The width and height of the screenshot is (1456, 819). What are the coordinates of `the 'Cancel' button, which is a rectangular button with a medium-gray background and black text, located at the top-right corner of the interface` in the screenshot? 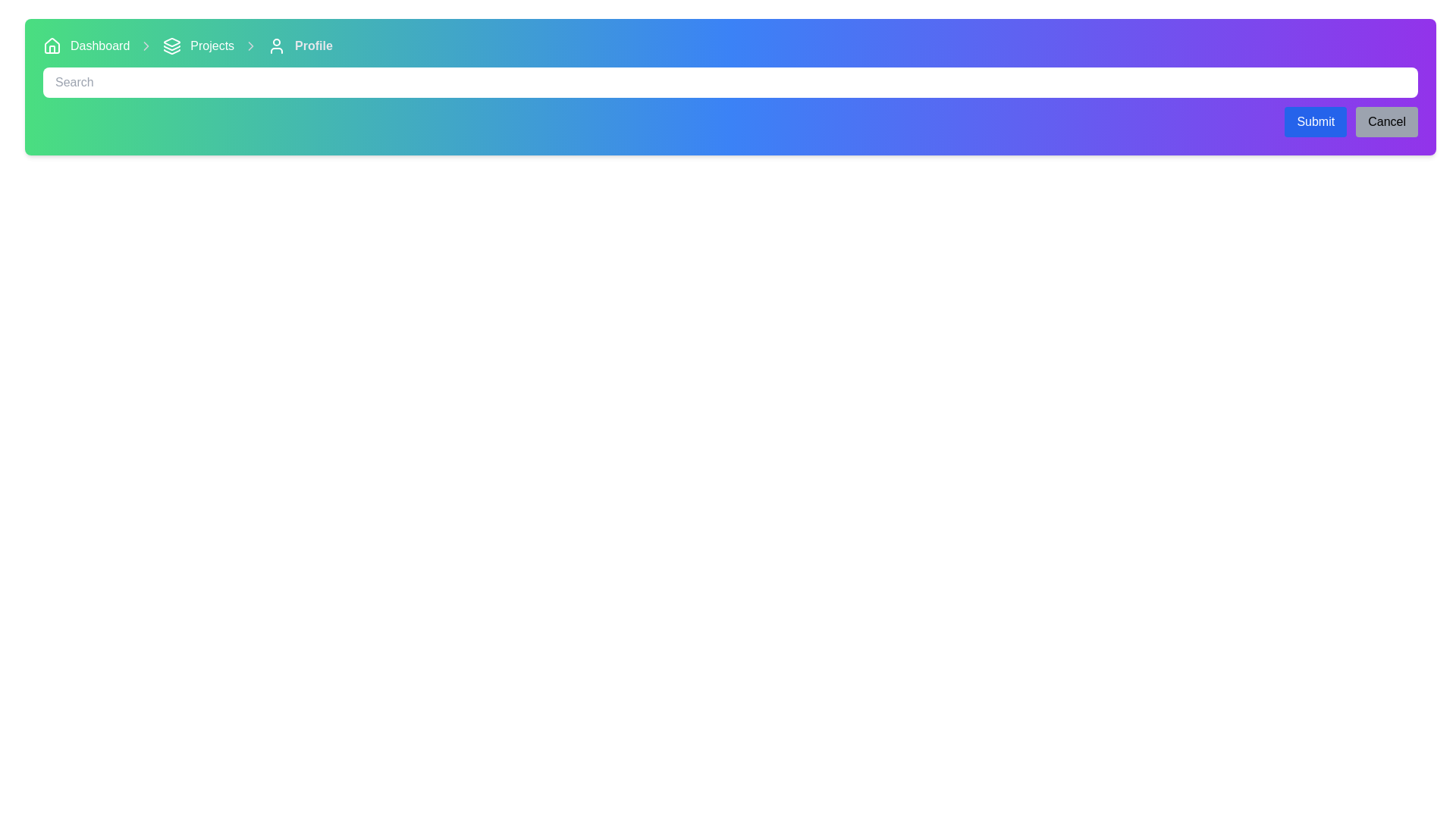 It's located at (1387, 121).